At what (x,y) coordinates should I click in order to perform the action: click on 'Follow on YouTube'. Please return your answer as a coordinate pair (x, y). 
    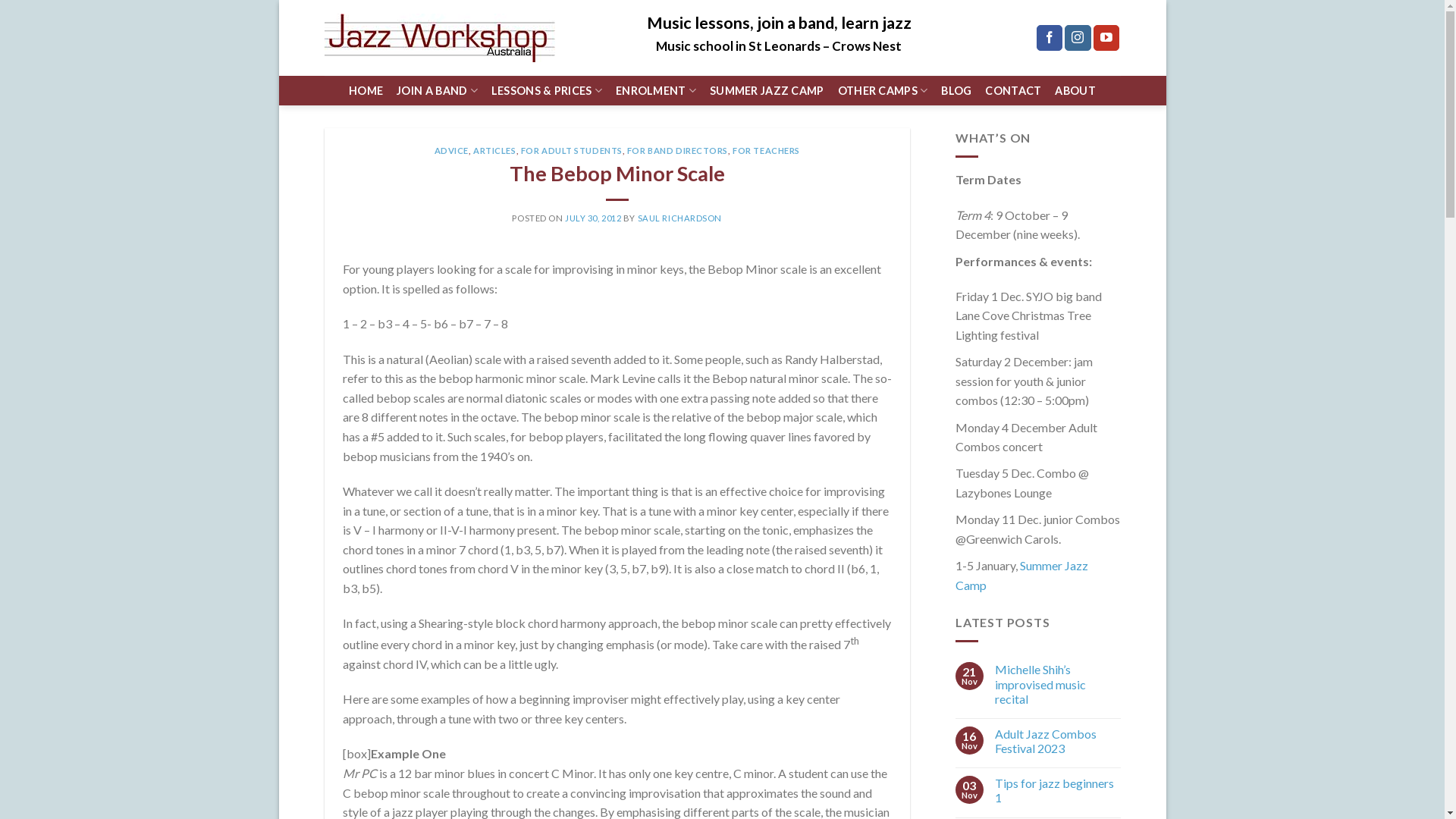
    Looking at the image, I should click on (1106, 37).